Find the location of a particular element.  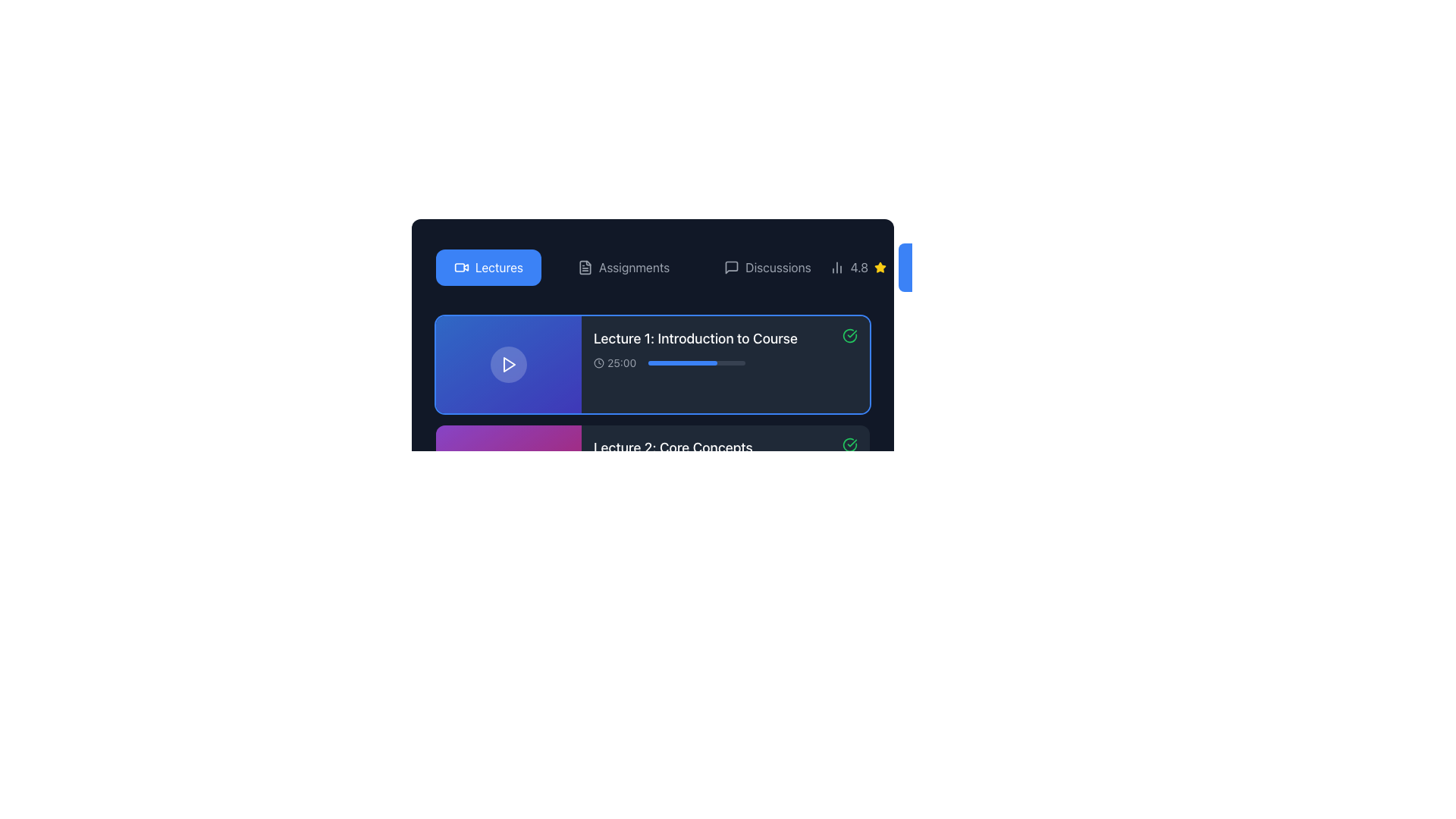

the completion status icon located at the far-right of the row labeled 'Lecture 2: Core Concepts' is located at coordinates (850, 444).